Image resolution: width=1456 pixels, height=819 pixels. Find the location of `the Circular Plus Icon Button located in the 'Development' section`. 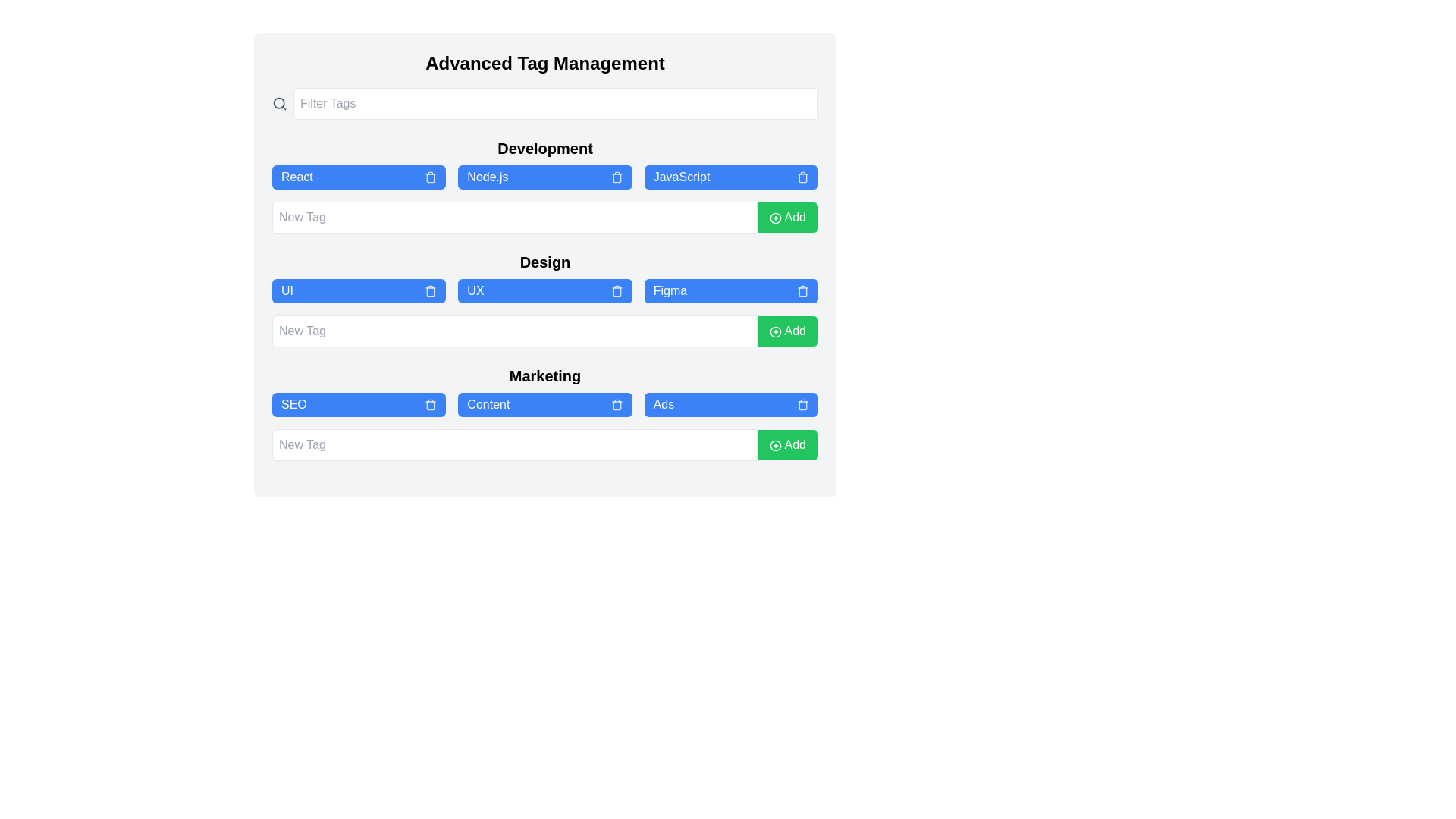

the Circular Plus Icon Button located in the 'Development' section is located at coordinates (775, 218).